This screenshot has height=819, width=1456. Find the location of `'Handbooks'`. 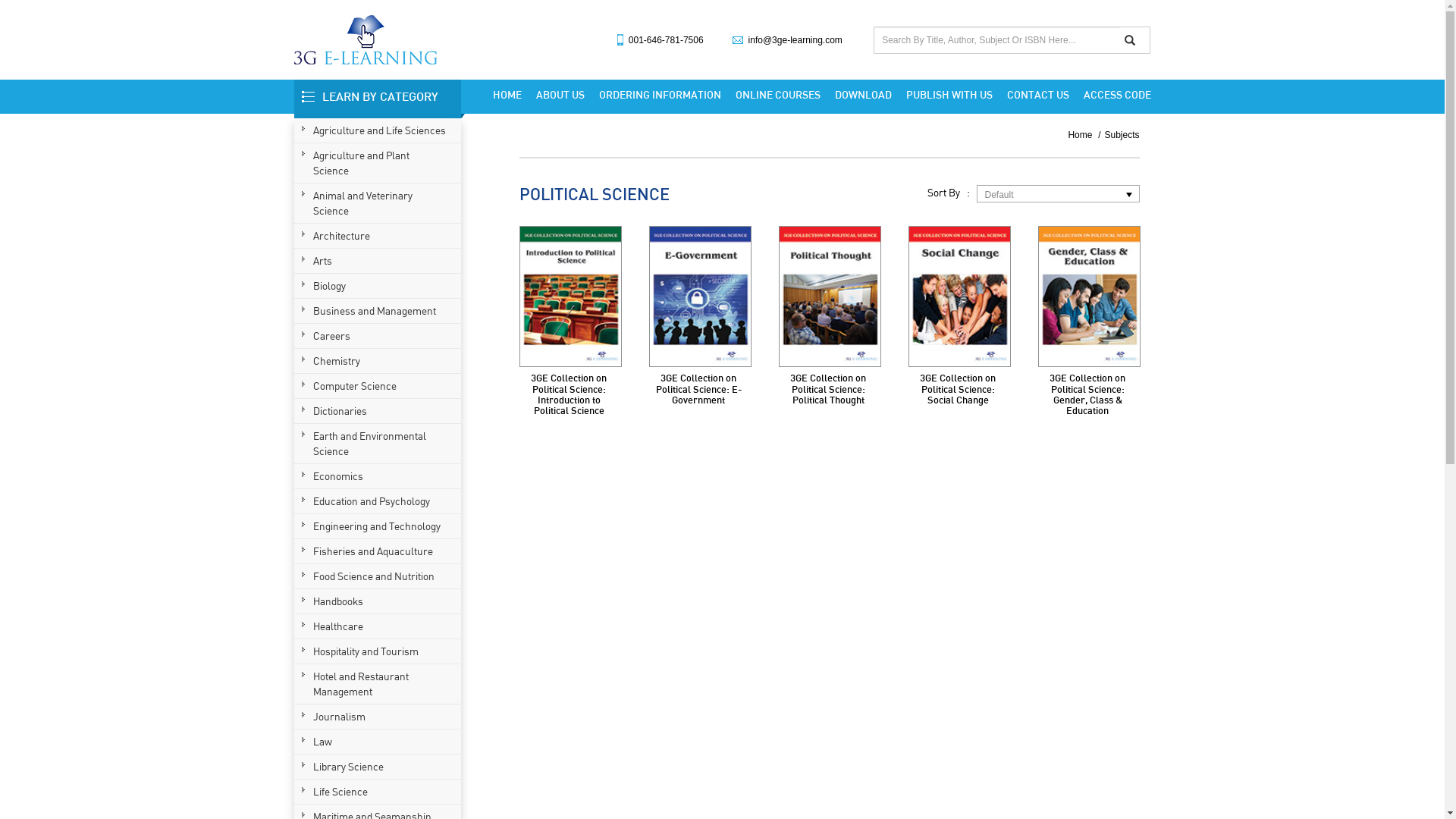

'Handbooks' is located at coordinates (378, 601).